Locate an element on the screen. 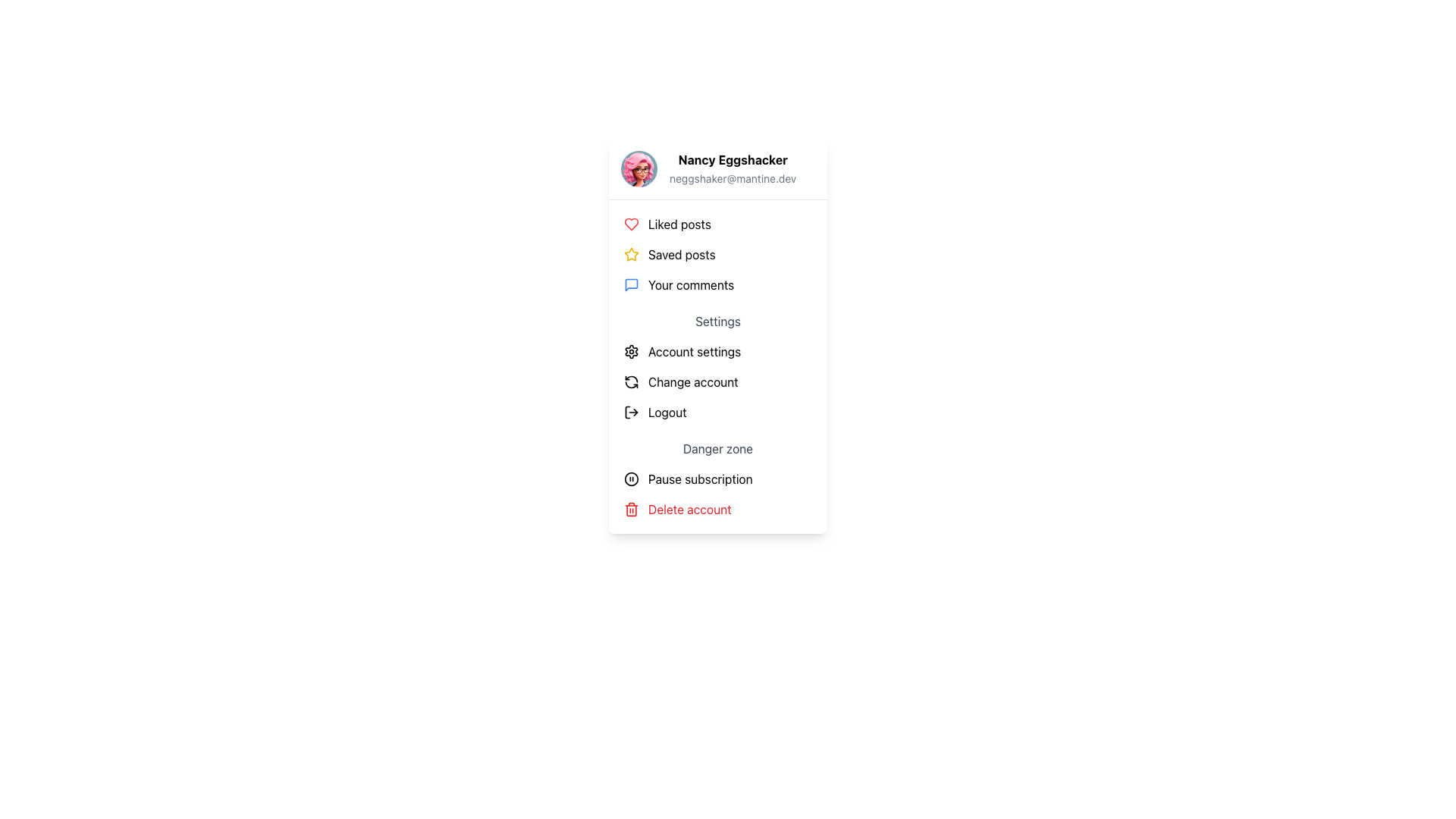 The image size is (1456, 819). the star icon with a yellow outline located to the left of 'Saved posts' in the vertical menu list is located at coordinates (632, 253).